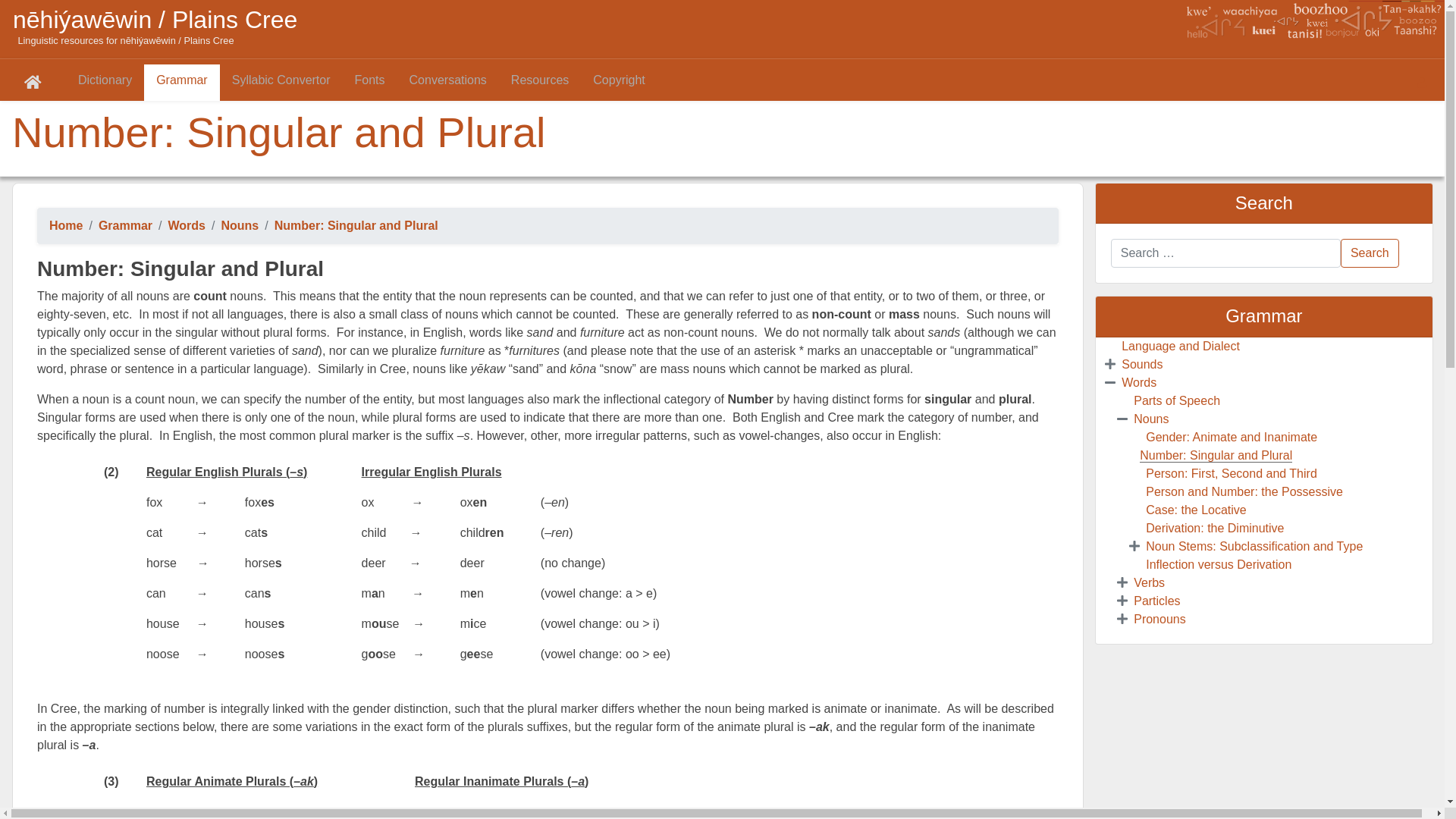 This screenshot has width=1456, height=819. I want to click on 'Resources', so click(539, 82).